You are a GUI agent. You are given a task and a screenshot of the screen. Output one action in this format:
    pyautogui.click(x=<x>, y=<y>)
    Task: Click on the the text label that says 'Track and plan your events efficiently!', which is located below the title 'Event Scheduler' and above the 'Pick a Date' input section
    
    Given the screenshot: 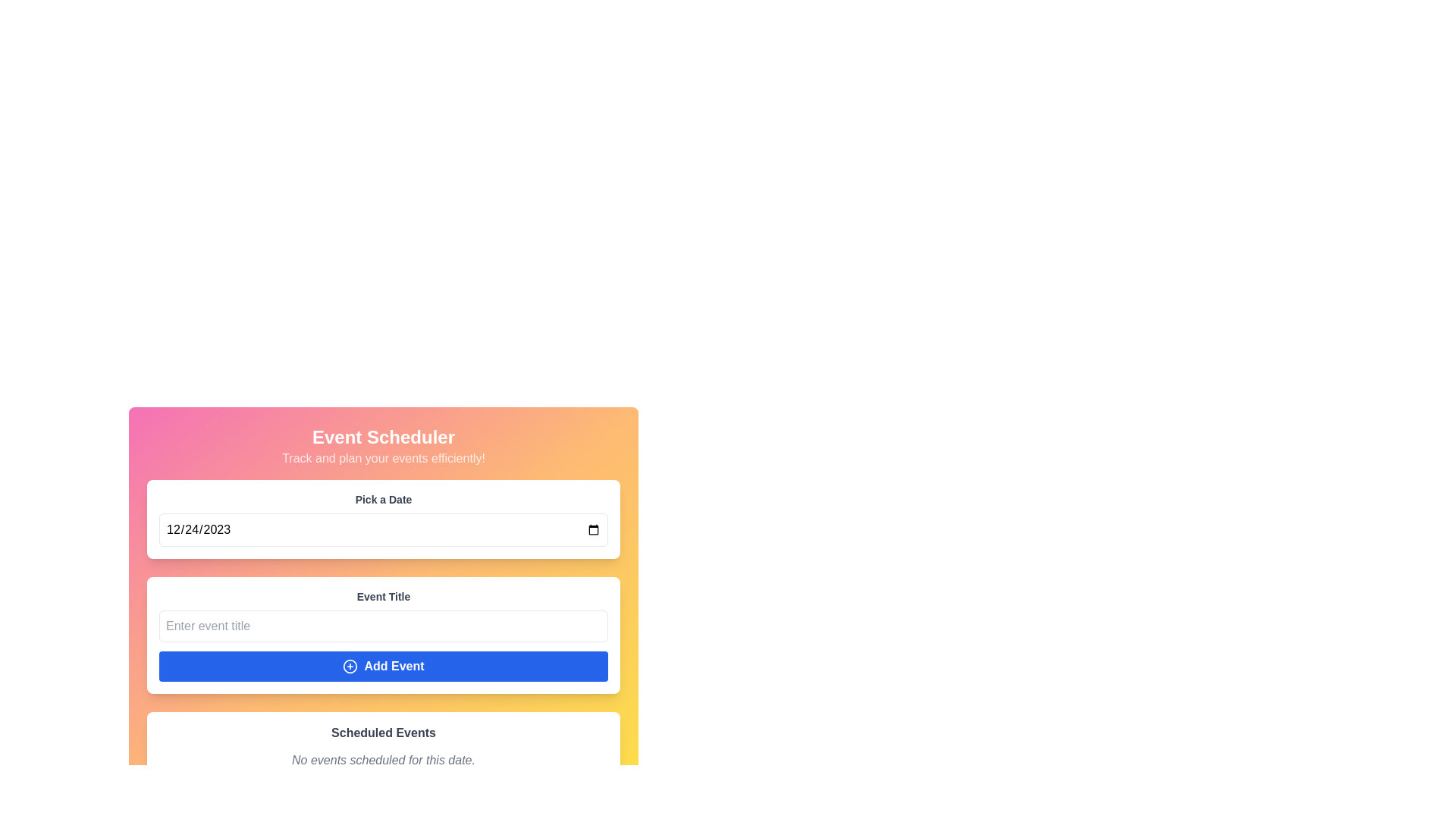 What is the action you would take?
    pyautogui.click(x=383, y=458)
    